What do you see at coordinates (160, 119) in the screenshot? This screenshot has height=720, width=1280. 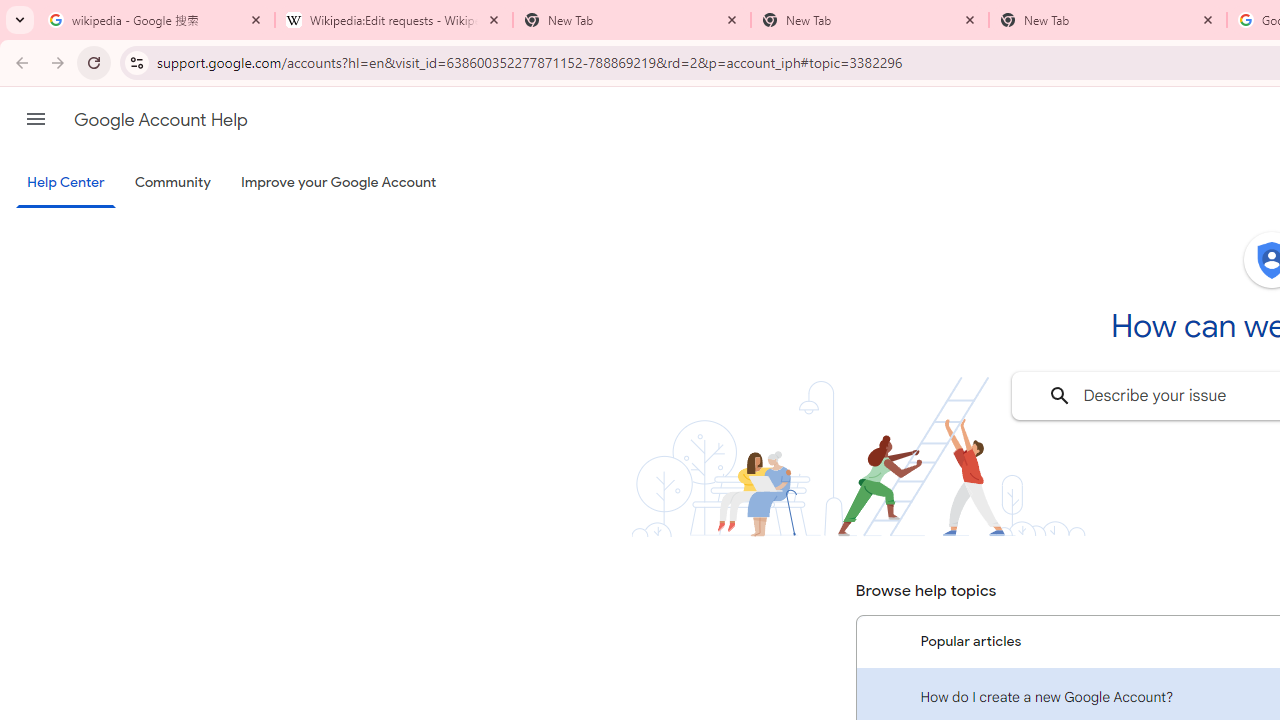 I see `'Google Account Help'` at bounding box center [160, 119].